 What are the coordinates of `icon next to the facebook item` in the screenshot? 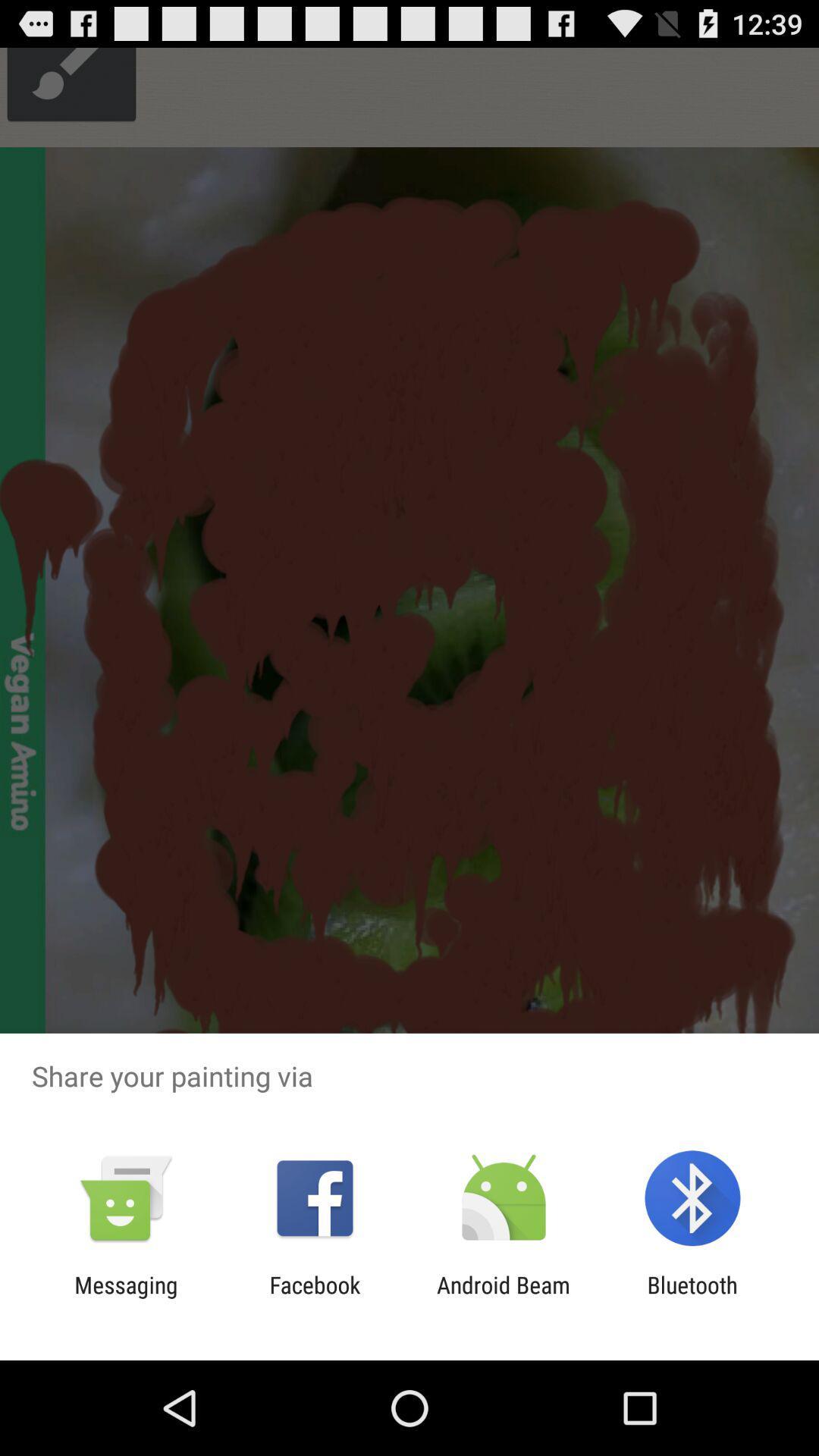 It's located at (504, 1298).